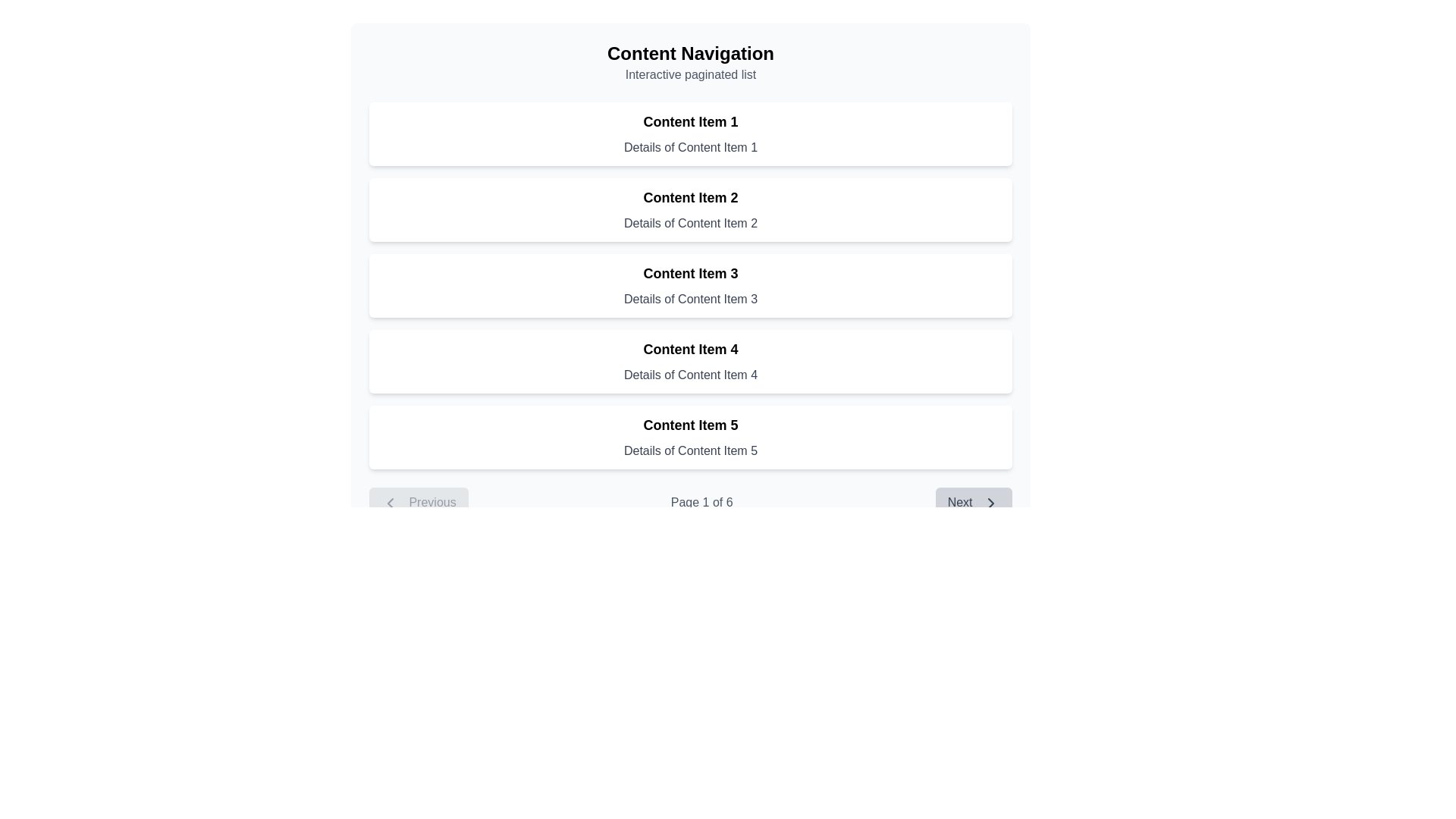 Image resolution: width=1456 pixels, height=819 pixels. Describe the element at coordinates (419, 503) in the screenshot. I see `the 'Previous' button located at the bottom left of the navigation bar, which has a light gray background and the text 'Previous' with a left-pointing arrow icon` at that location.